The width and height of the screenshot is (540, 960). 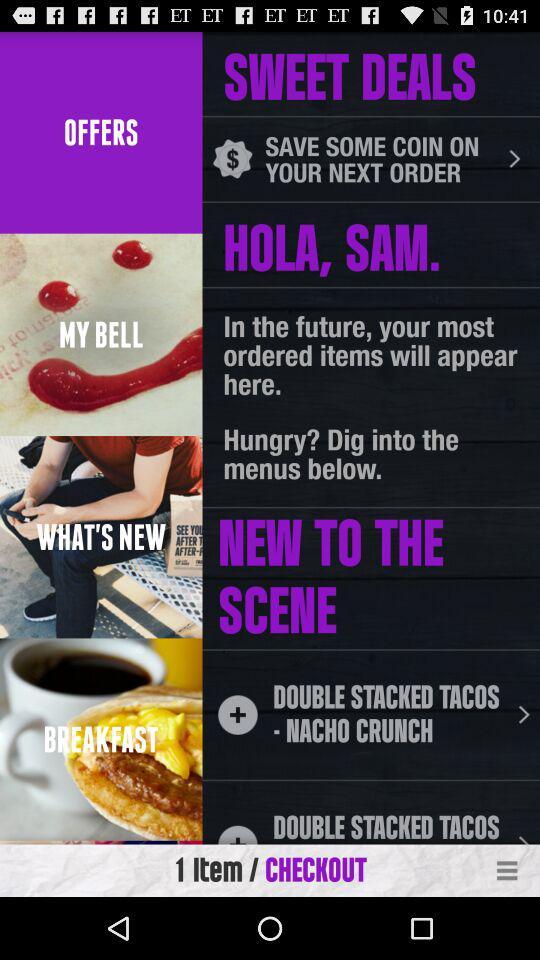 I want to click on the menu icon, so click(x=507, y=931).